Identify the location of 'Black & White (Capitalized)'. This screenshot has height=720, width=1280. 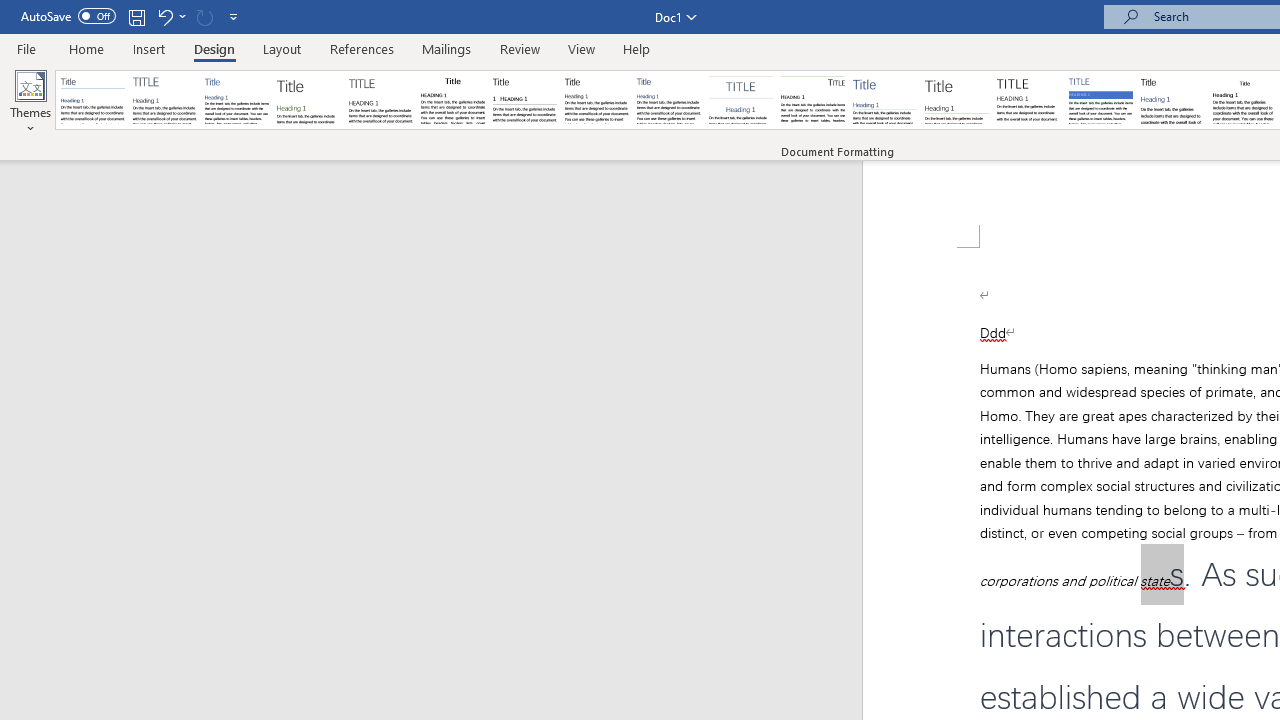
(381, 100).